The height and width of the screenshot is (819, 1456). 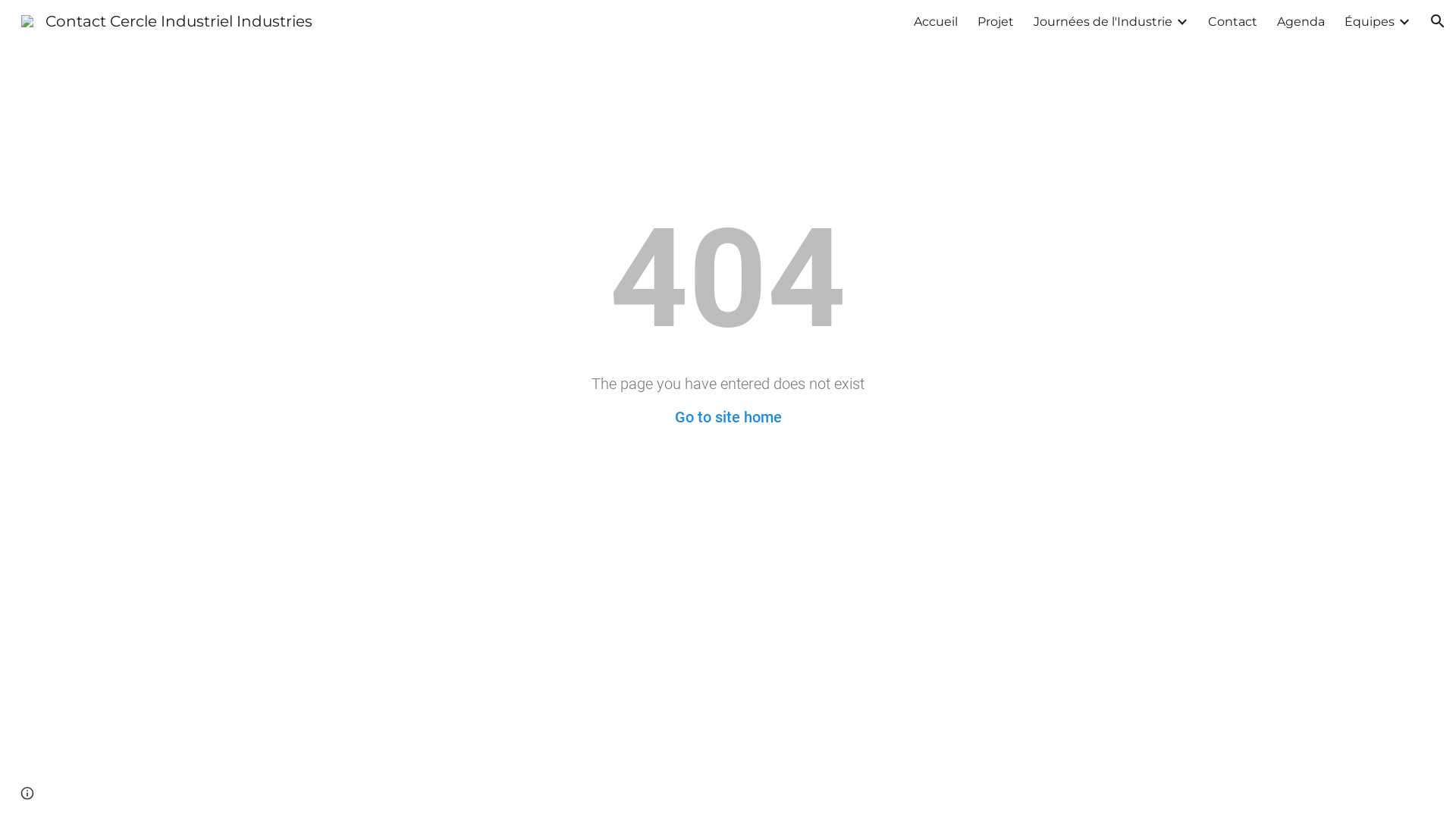 I want to click on 'Projet', so click(x=996, y=20).